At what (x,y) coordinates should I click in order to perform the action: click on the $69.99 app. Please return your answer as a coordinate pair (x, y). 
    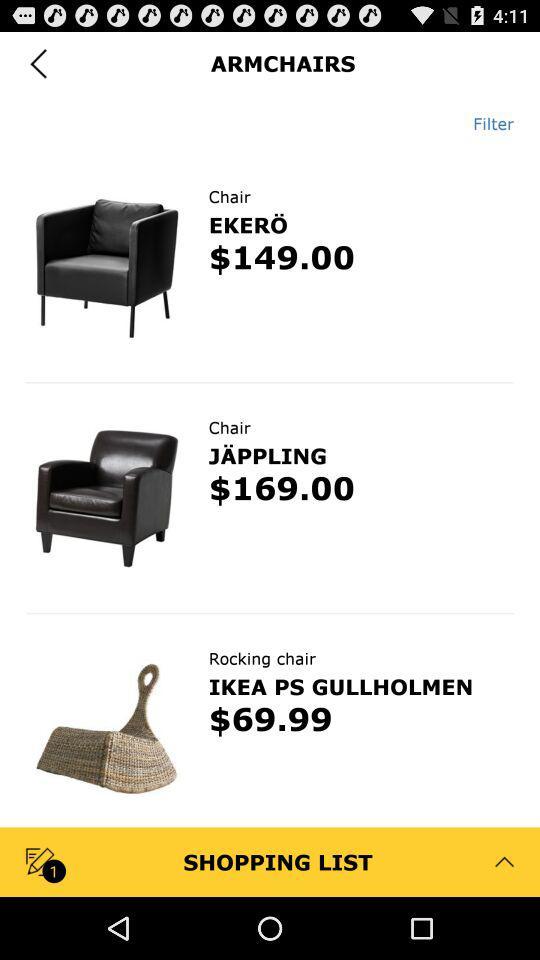
    Looking at the image, I should click on (270, 720).